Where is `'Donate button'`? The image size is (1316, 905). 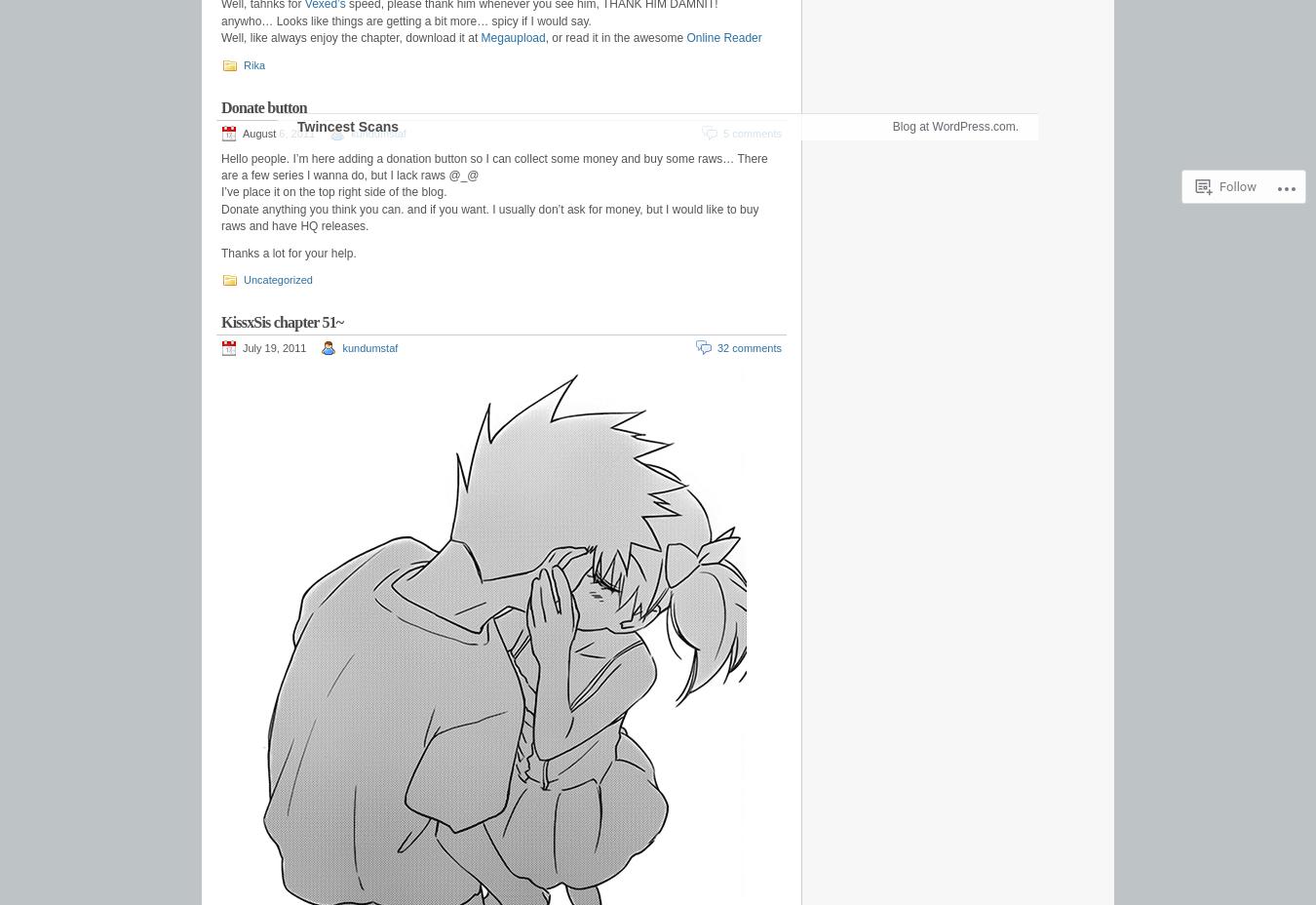
'Donate button' is located at coordinates (219, 105).